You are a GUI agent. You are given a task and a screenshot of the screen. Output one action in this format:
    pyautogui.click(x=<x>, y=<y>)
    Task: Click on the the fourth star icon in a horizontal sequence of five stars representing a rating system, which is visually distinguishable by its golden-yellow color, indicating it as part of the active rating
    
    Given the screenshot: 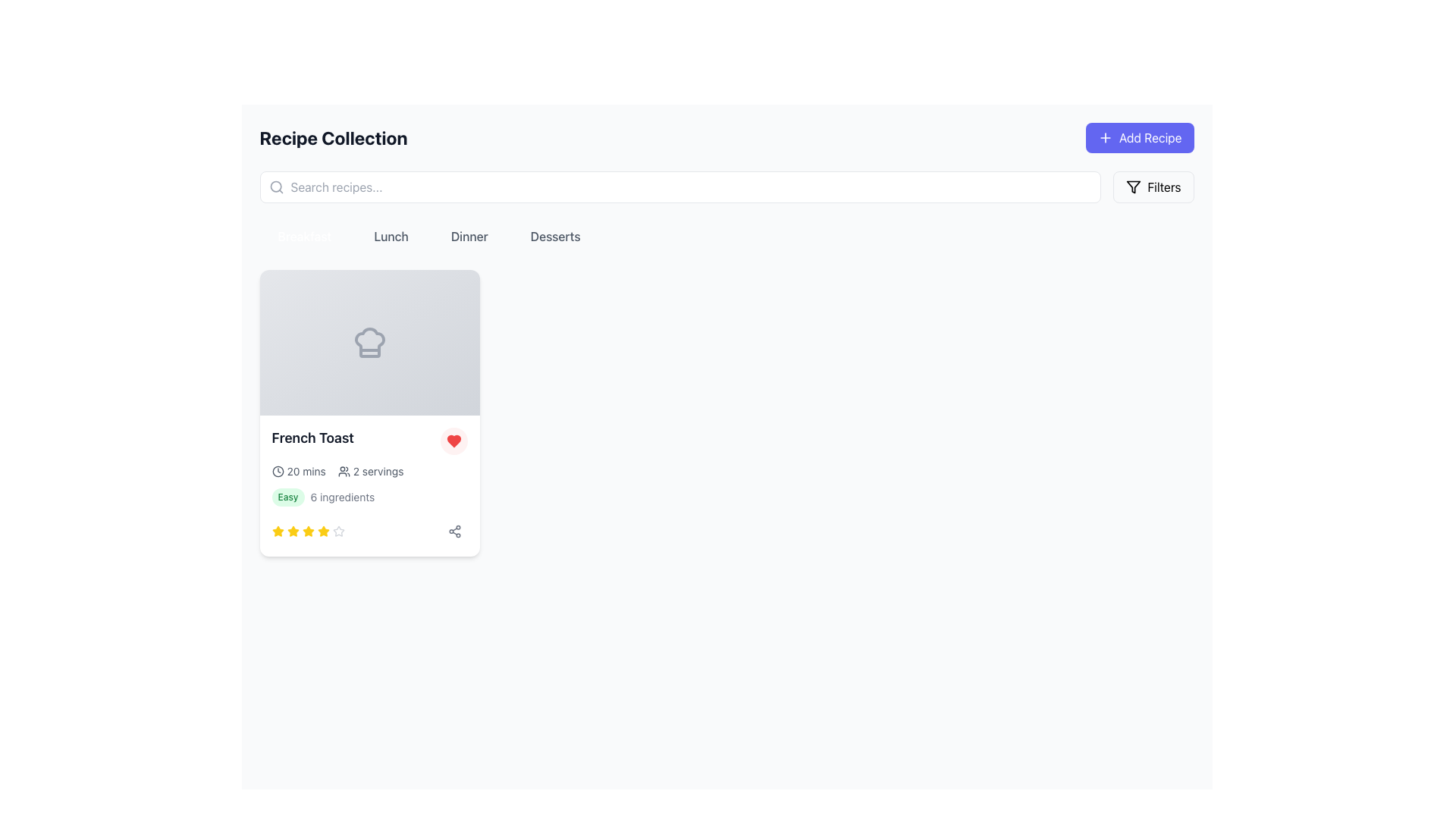 What is the action you would take?
    pyautogui.click(x=307, y=531)
    